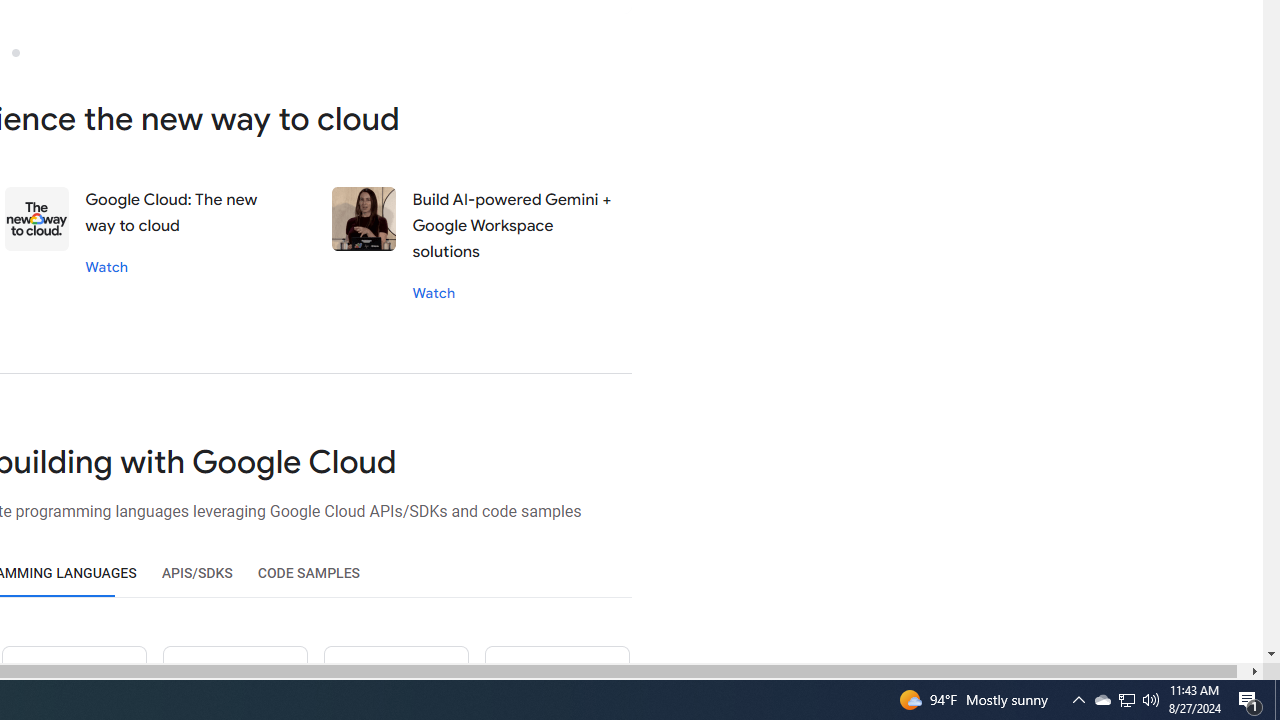 This screenshot has width=1280, height=720. Describe the element at coordinates (15, 51) in the screenshot. I see `'Slide 3'` at that location.